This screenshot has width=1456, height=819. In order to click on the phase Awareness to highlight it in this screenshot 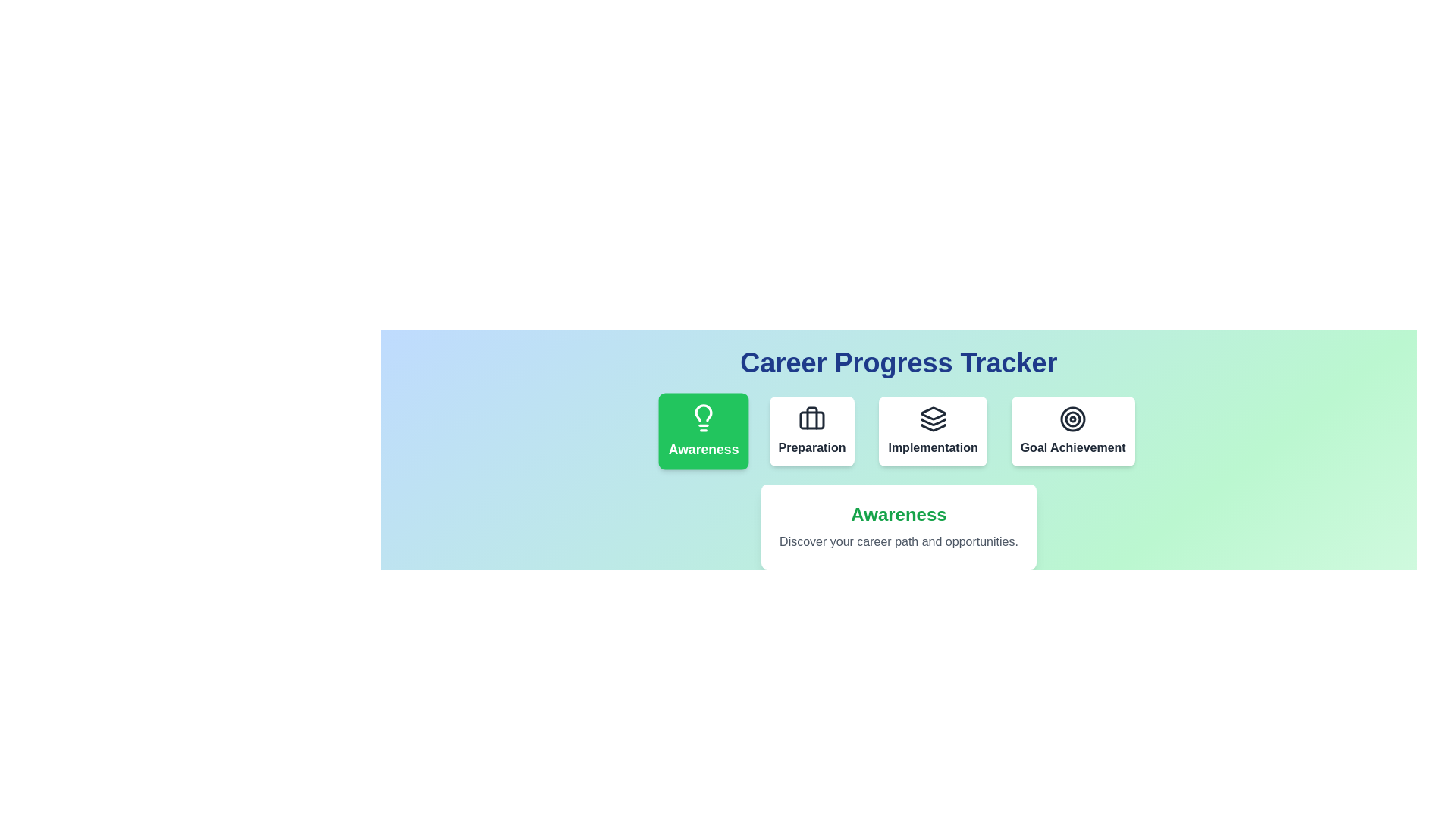, I will do `click(703, 431)`.